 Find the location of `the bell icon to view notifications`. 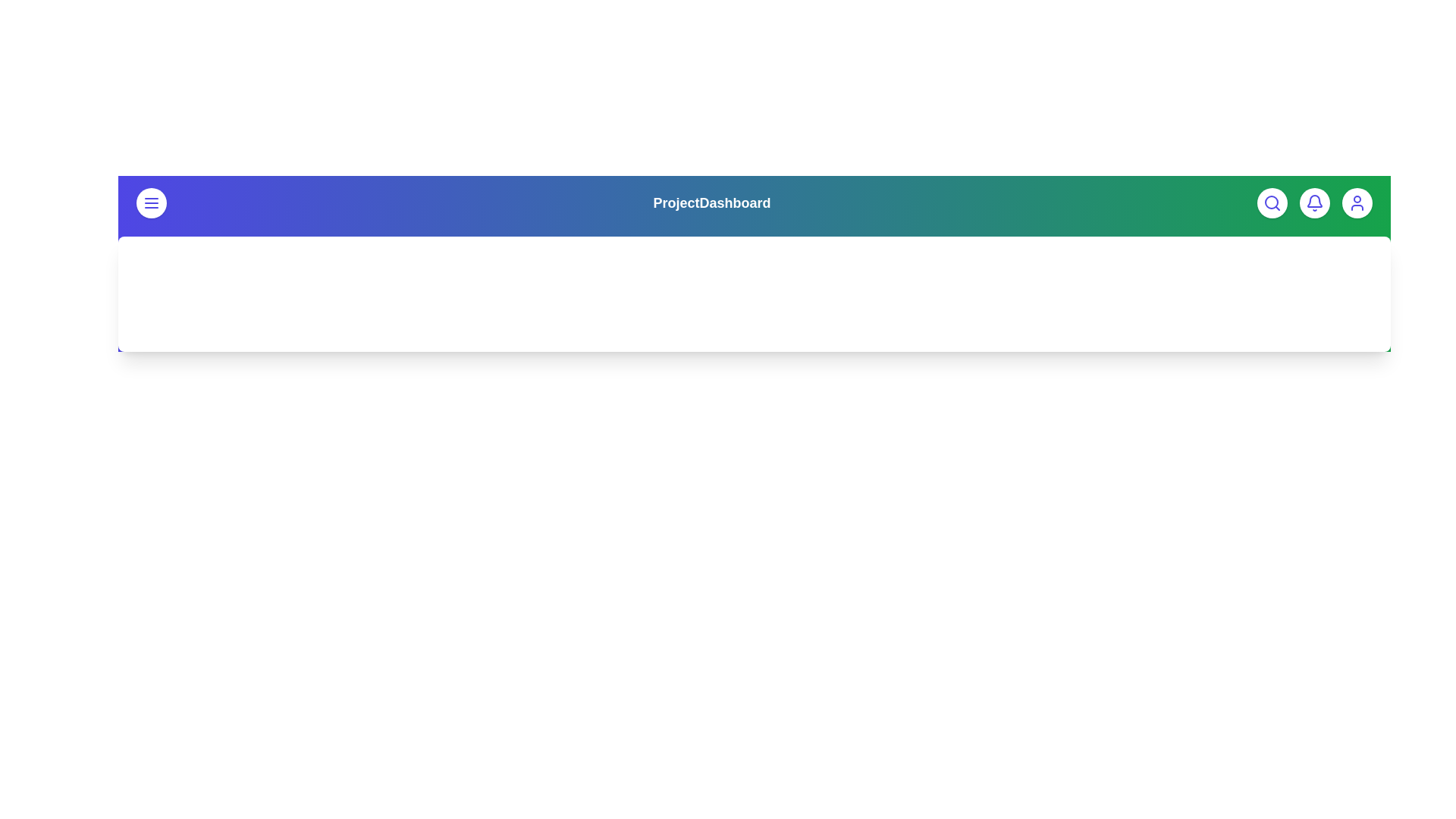

the bell icon to view notifications is located at coordinates (1313, 202).